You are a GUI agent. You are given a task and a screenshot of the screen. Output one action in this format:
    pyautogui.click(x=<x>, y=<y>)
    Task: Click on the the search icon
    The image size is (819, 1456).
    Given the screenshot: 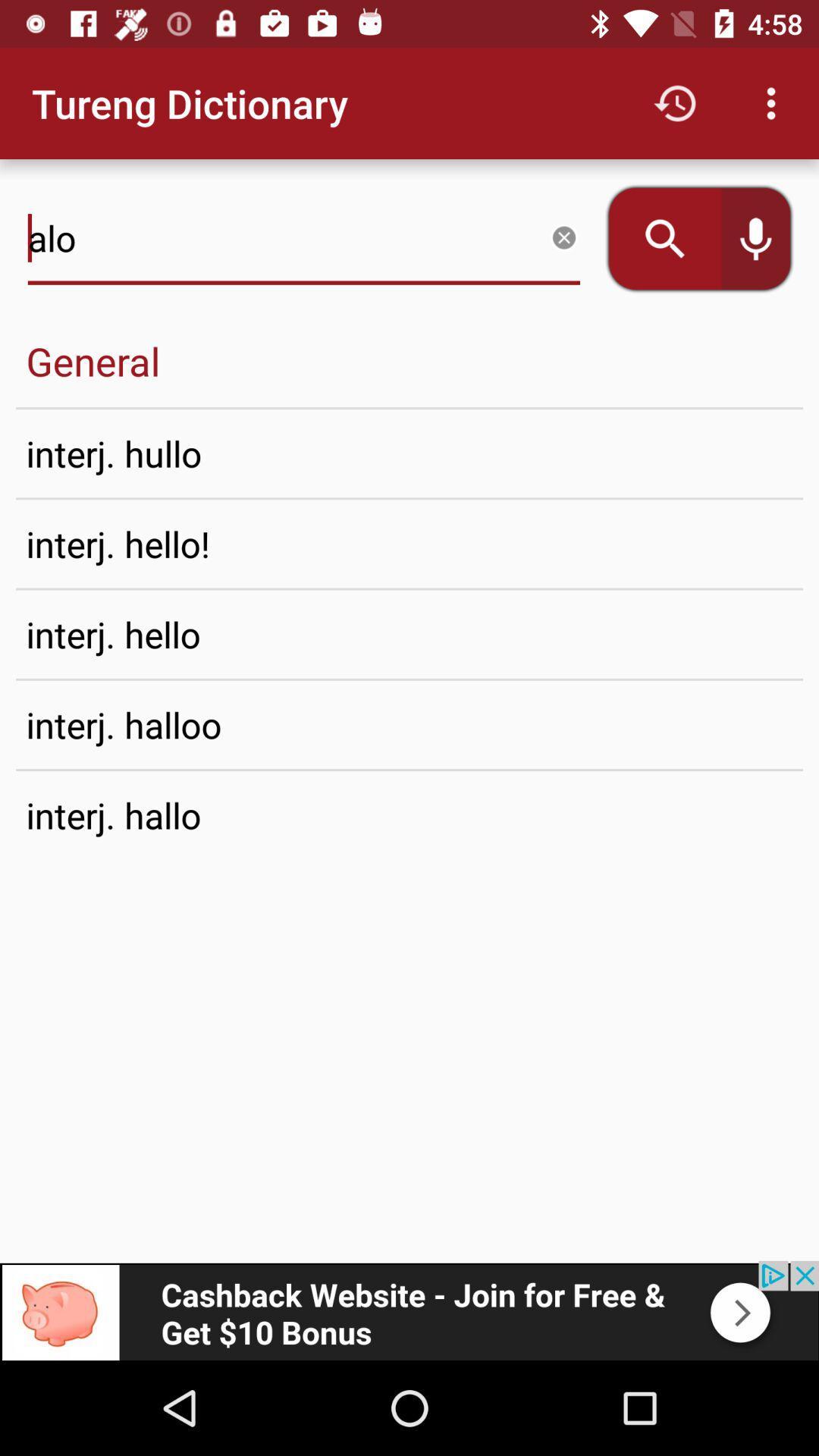 What is the action you would take?
    pyautogui.click(x=654, y=238)
    